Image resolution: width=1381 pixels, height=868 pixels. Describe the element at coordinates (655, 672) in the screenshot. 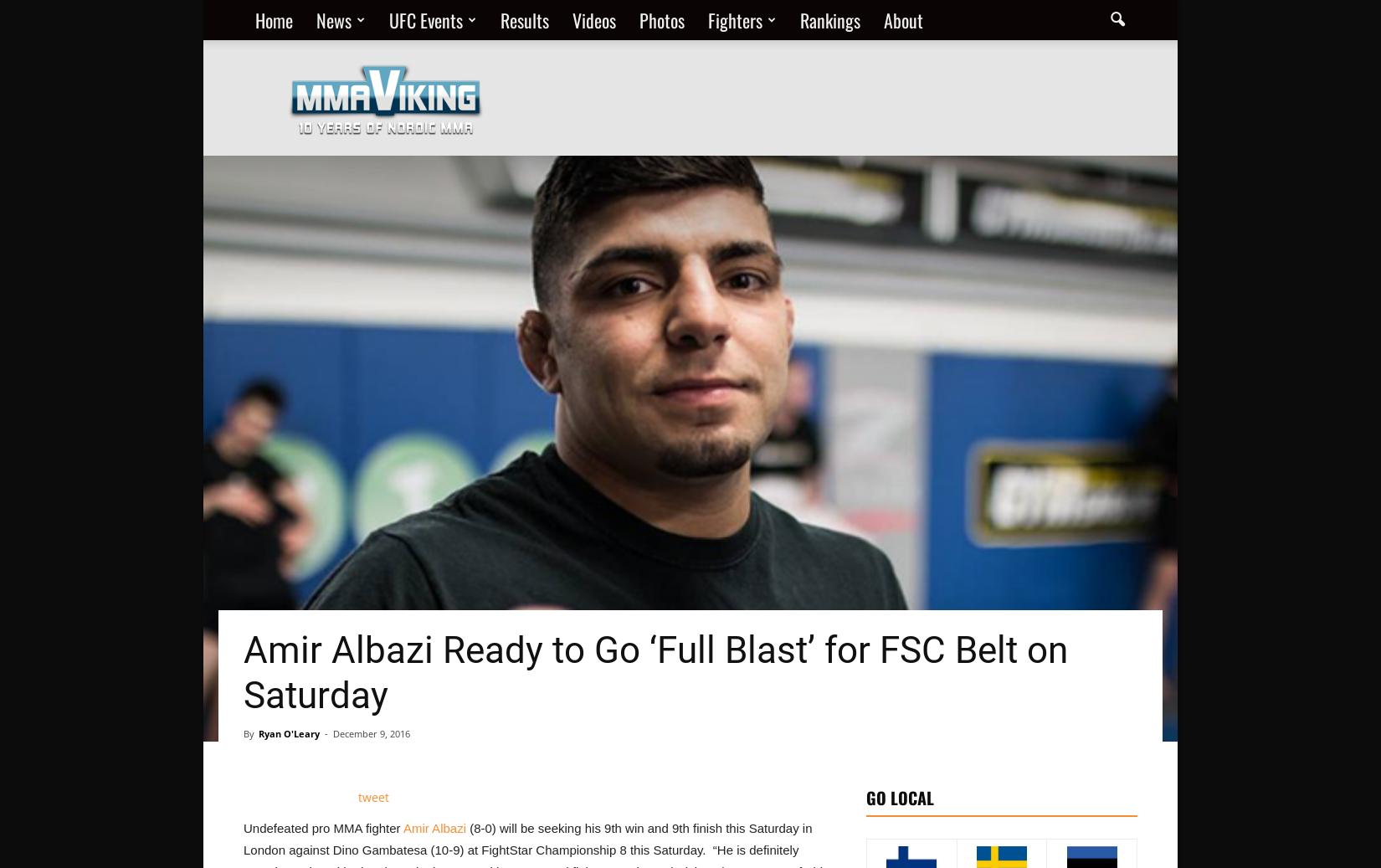

I see `'Amir Albazi Ready to Go ‘Full Blast’ for FSC Belt on Saturday'` at that location.